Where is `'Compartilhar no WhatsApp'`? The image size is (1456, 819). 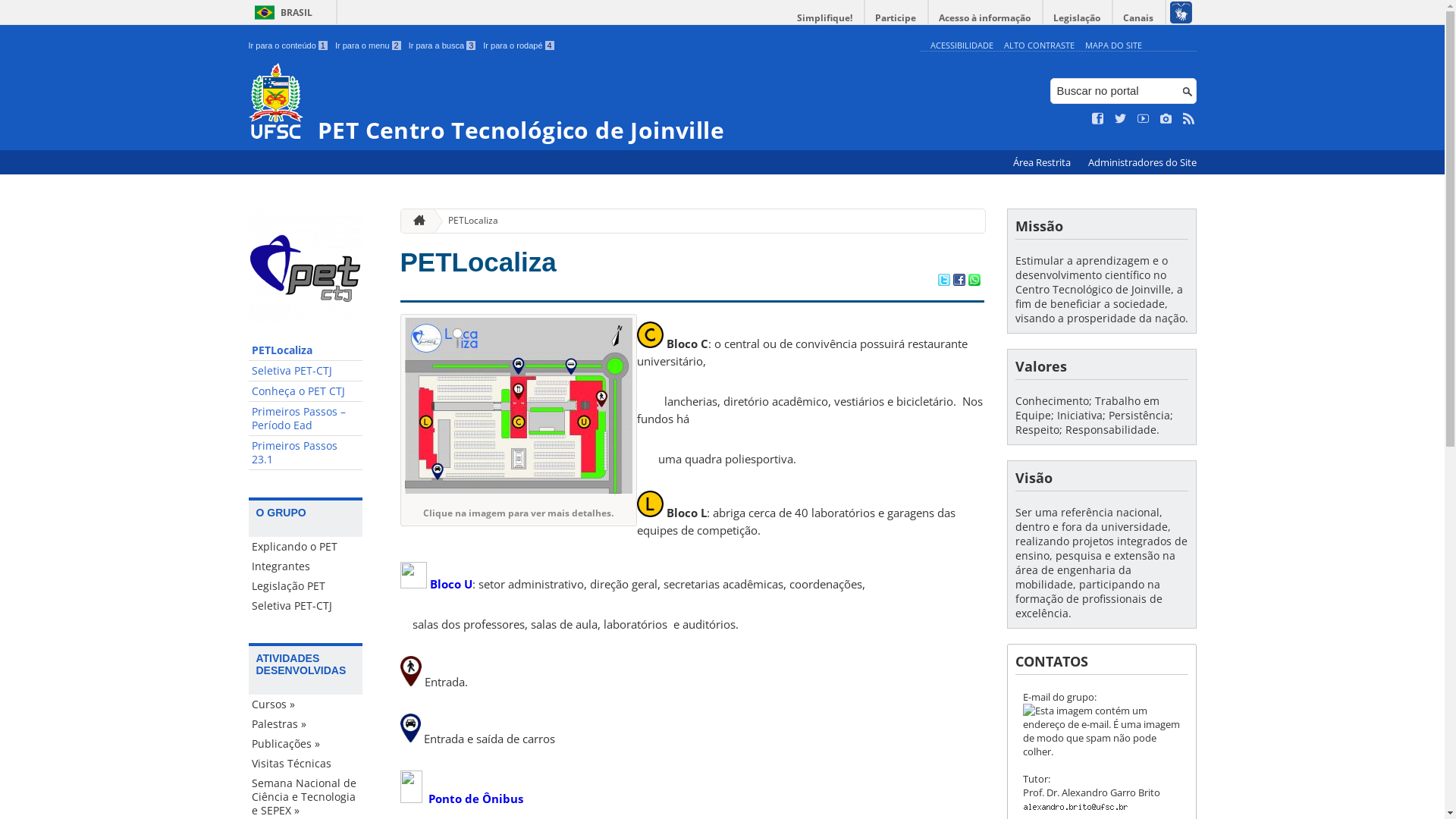 'Compartilhar no WhatsApp' is located at coordinates (973, 281).